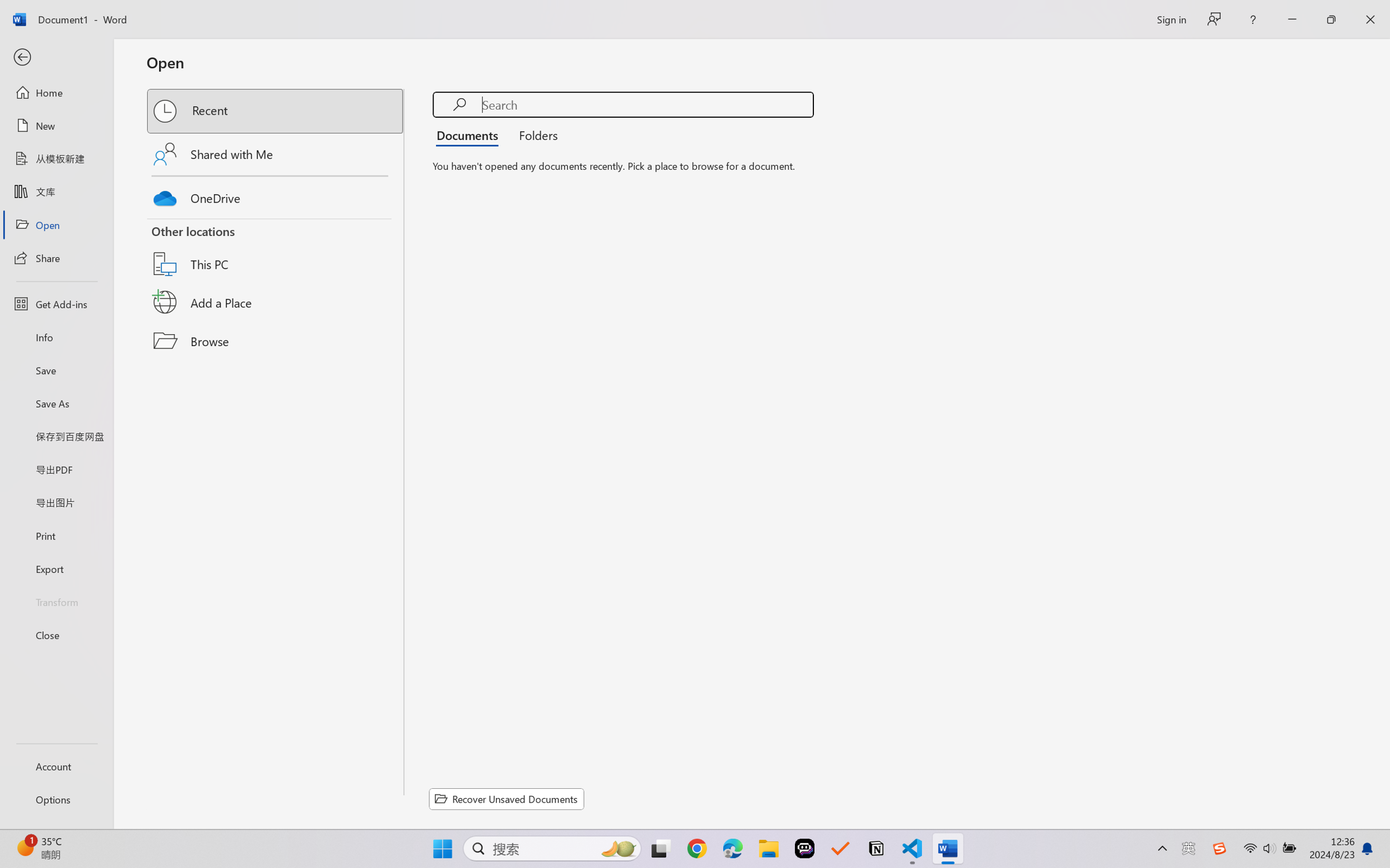 Image resolution: width=1390 pixels, height=868 pixels. What do you see at coordinates (56, 303) in the screenshot?
I see `'Get Add-ins'` at bounding box center [56, 303].